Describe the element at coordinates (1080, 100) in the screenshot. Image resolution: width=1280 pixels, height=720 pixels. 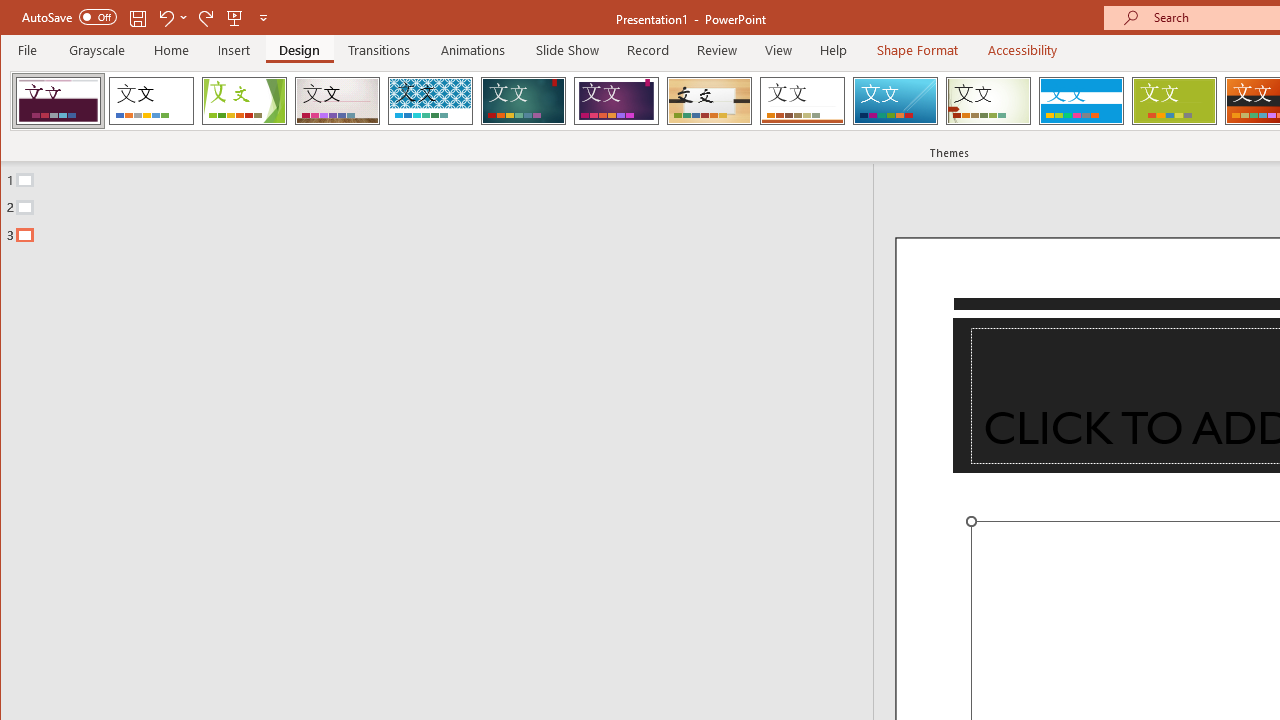
I see `'Banded'` at that location.